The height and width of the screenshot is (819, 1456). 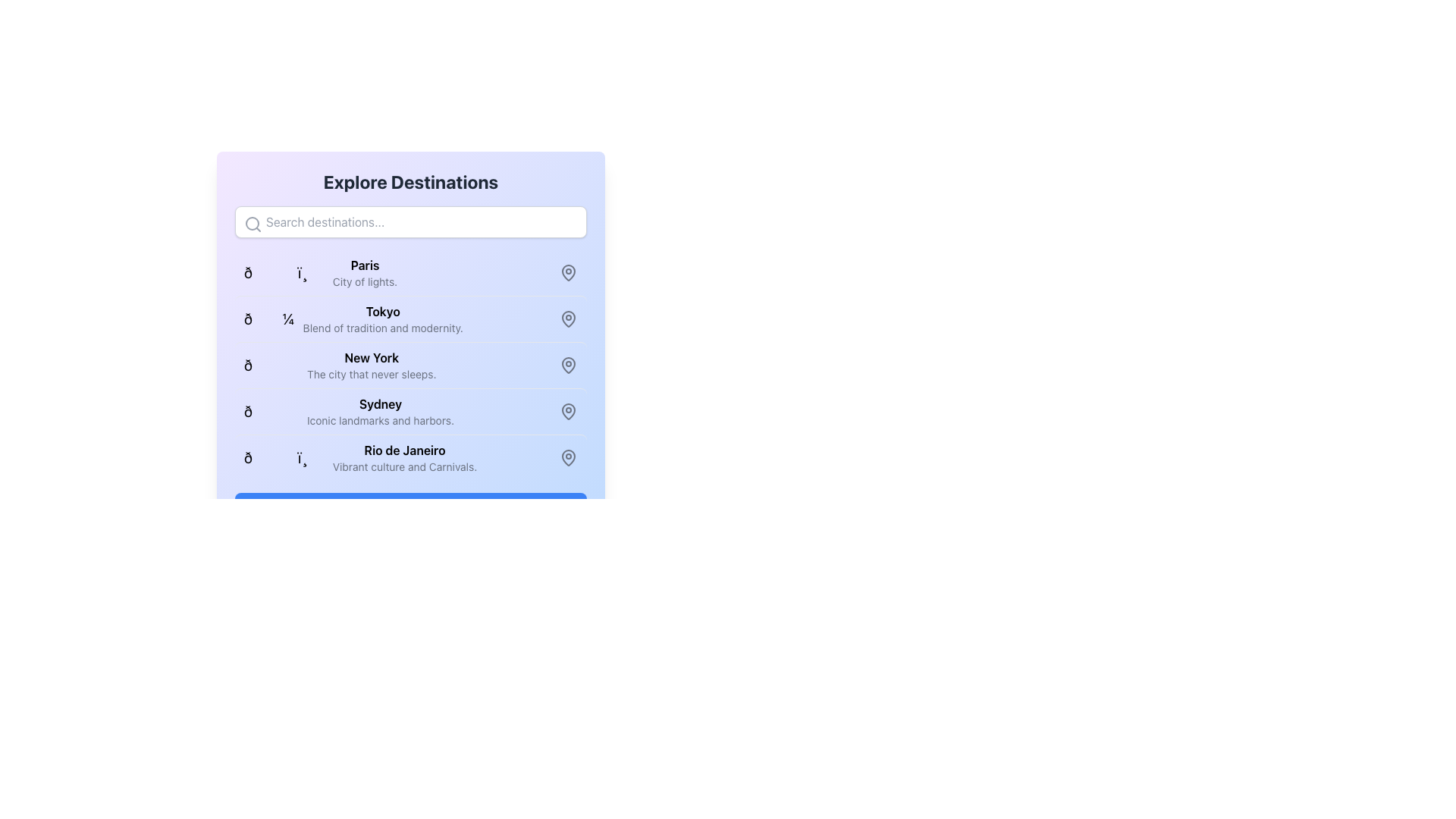 What do you see at coordinates (365, 265) in the screenshot?
I see `the title label for the city destination located near the top section of the list, just beneath the 'Explore Destinations' search bar` at bounding box center [365, 265].